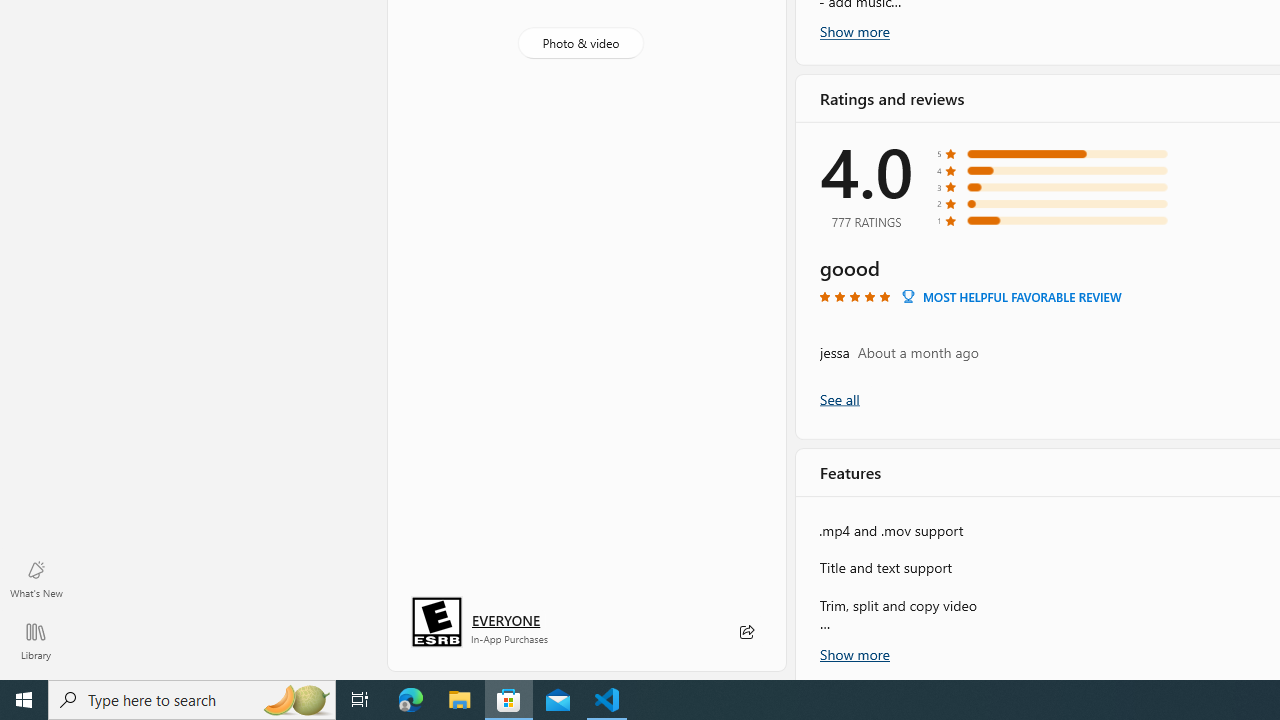 Image resolution: width=1280 pixels, height=720 pixels. Describe the element at coordinates (839, 398) in the screenshot. I see `'Show all ratings and reviews'` at that location.